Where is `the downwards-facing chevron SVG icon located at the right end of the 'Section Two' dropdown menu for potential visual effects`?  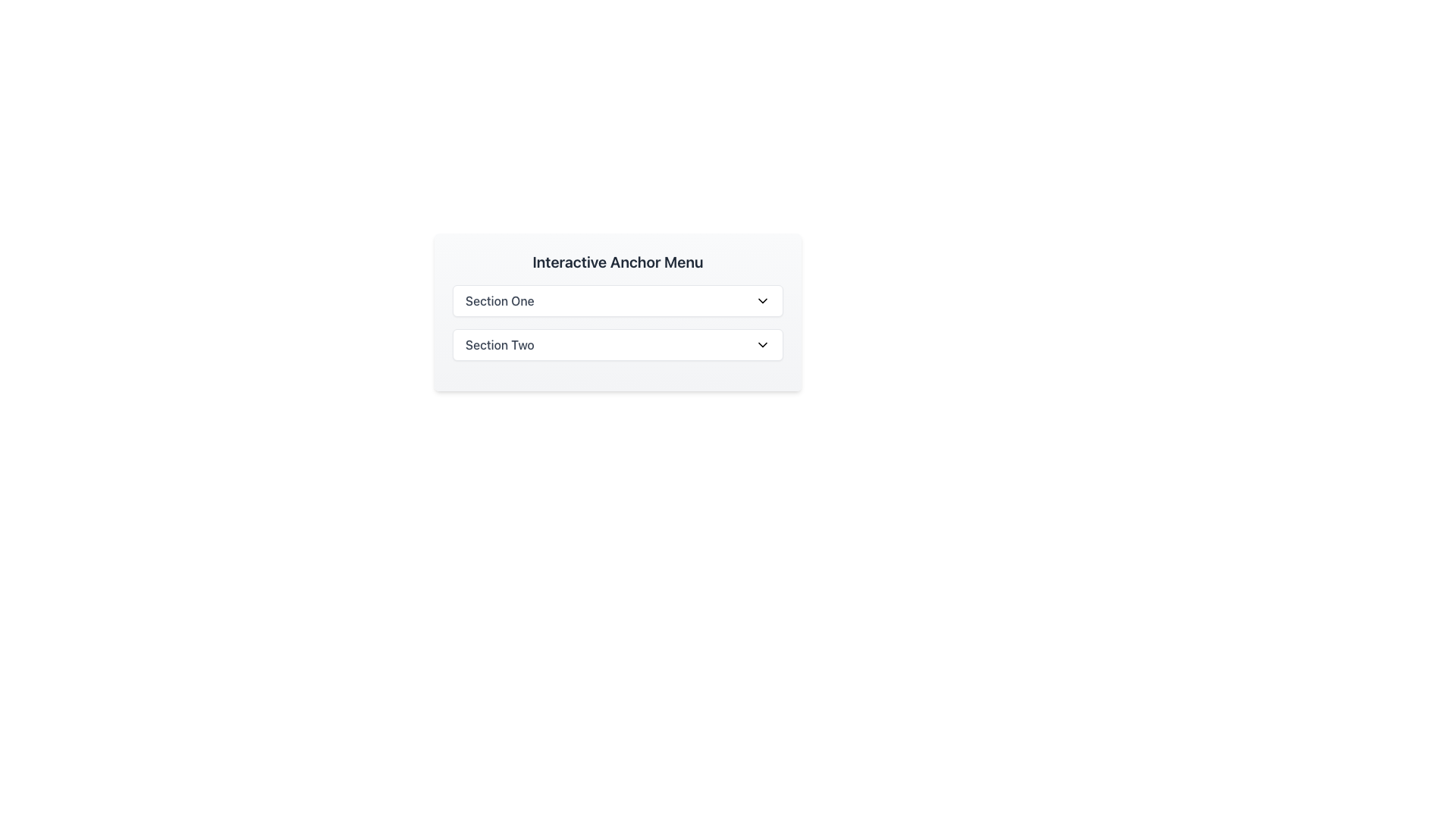
the downwards-facing chevron SVG icon located at the right end of the 'Section Two' dropdown menu for potential visual effects is located at coordinates (763, 345).